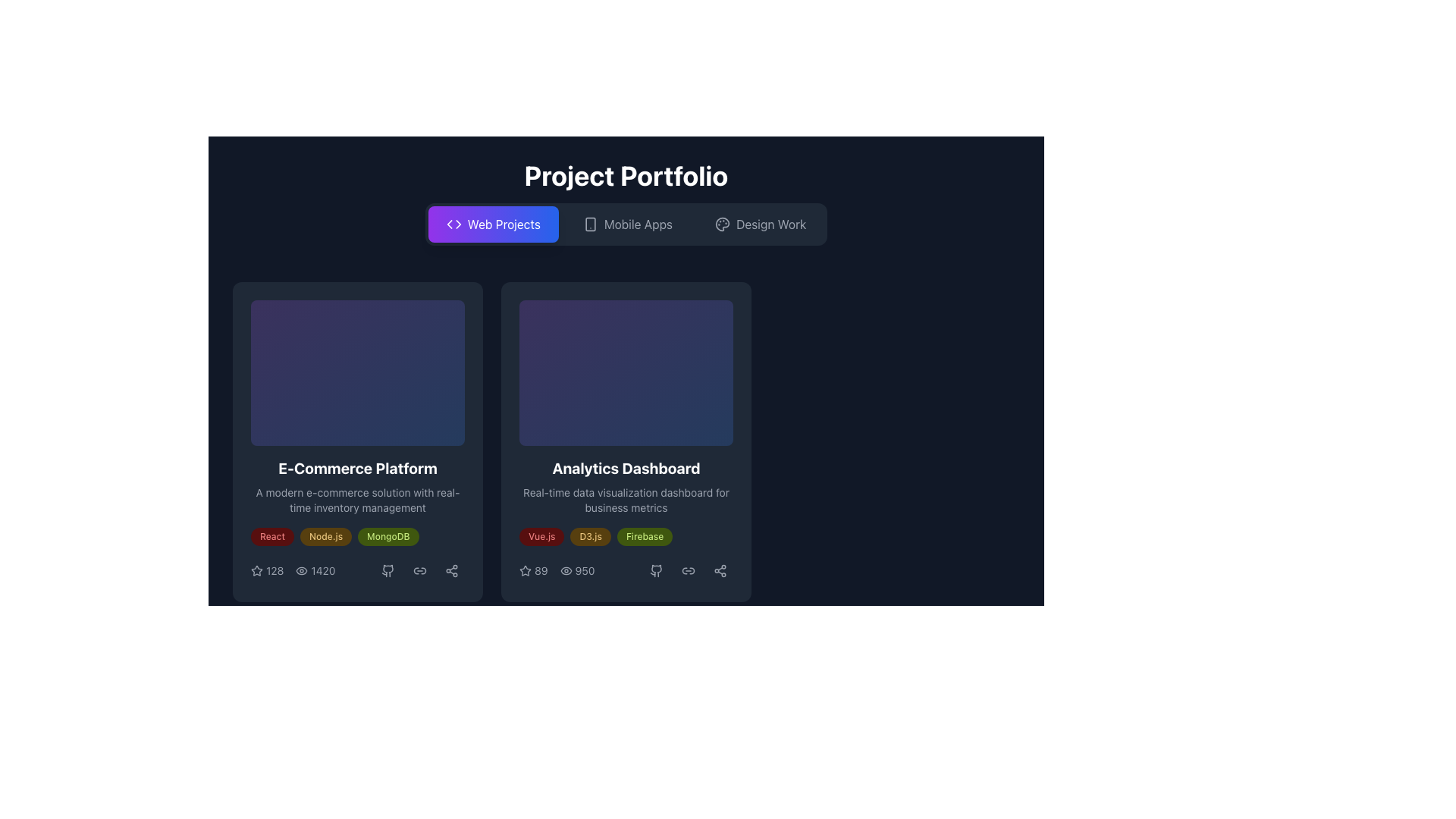 The image size is (1456, 819). Describe the element at coordinates (322, 570) in the screenshot. I see `the numeric text label displaying '1420' in light gray color, located below the image thumbnail and centered within the content card for the 'E-Commerce Platform' project` at that location.